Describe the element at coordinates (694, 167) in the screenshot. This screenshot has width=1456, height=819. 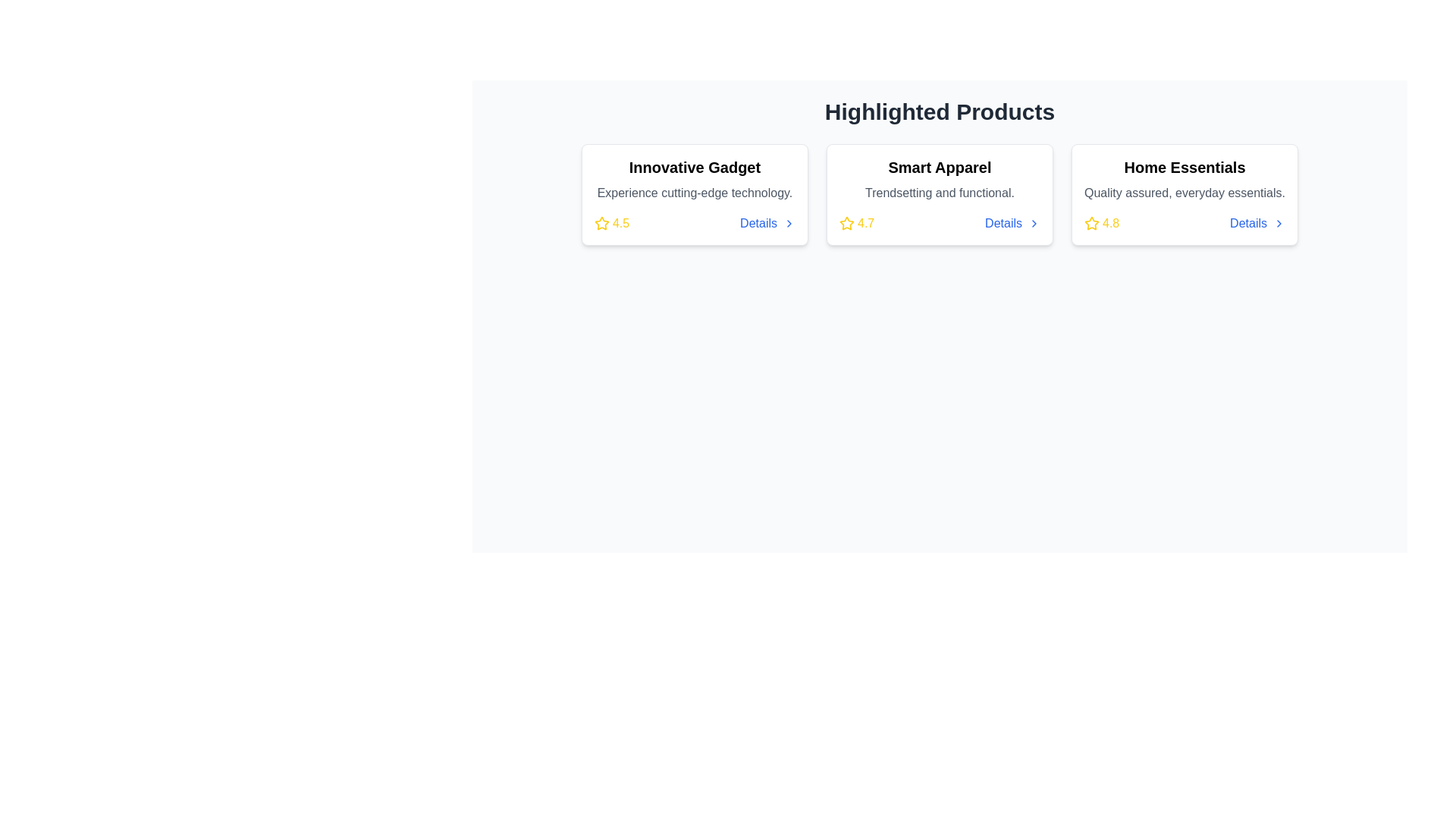
I see `the Text Label that serves as the title of the product in the first card of the horizontal row` at that location.